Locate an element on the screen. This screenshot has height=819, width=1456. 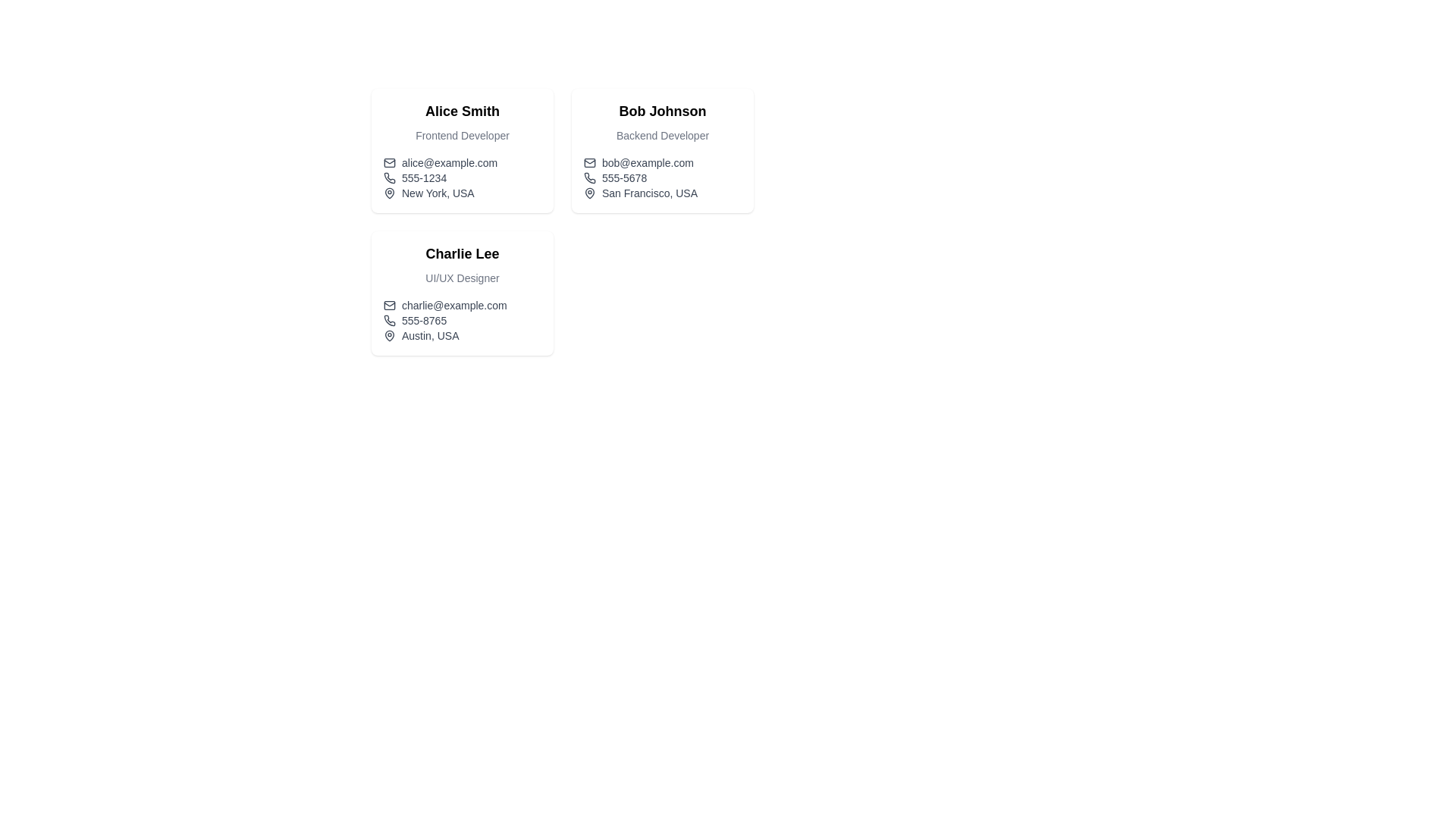
the text label indicating 'New York, USA' associated with the contact details of 'Alice Smith' is located at coordinates (437, 192).